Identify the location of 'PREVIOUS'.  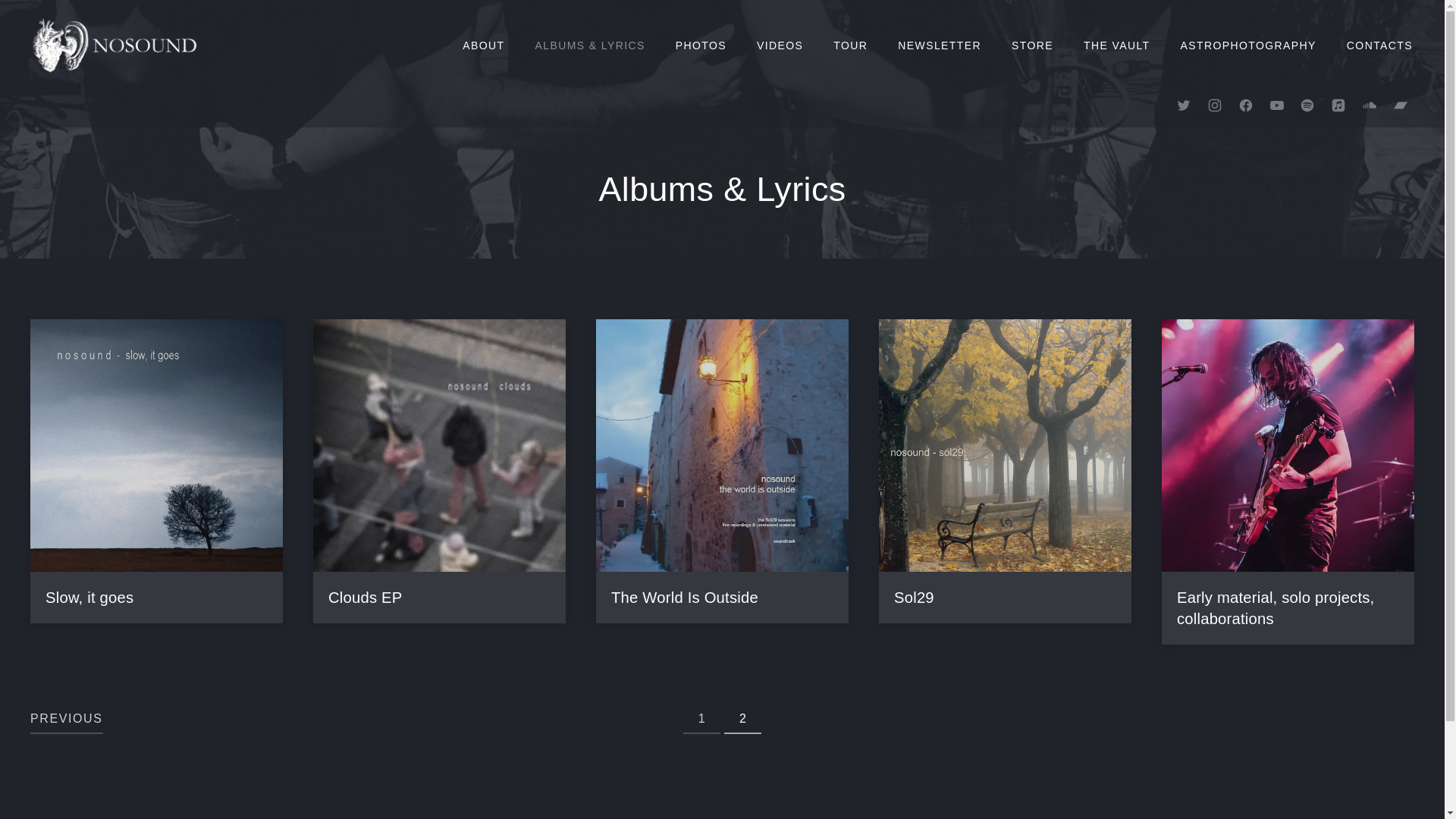
(65, 718).